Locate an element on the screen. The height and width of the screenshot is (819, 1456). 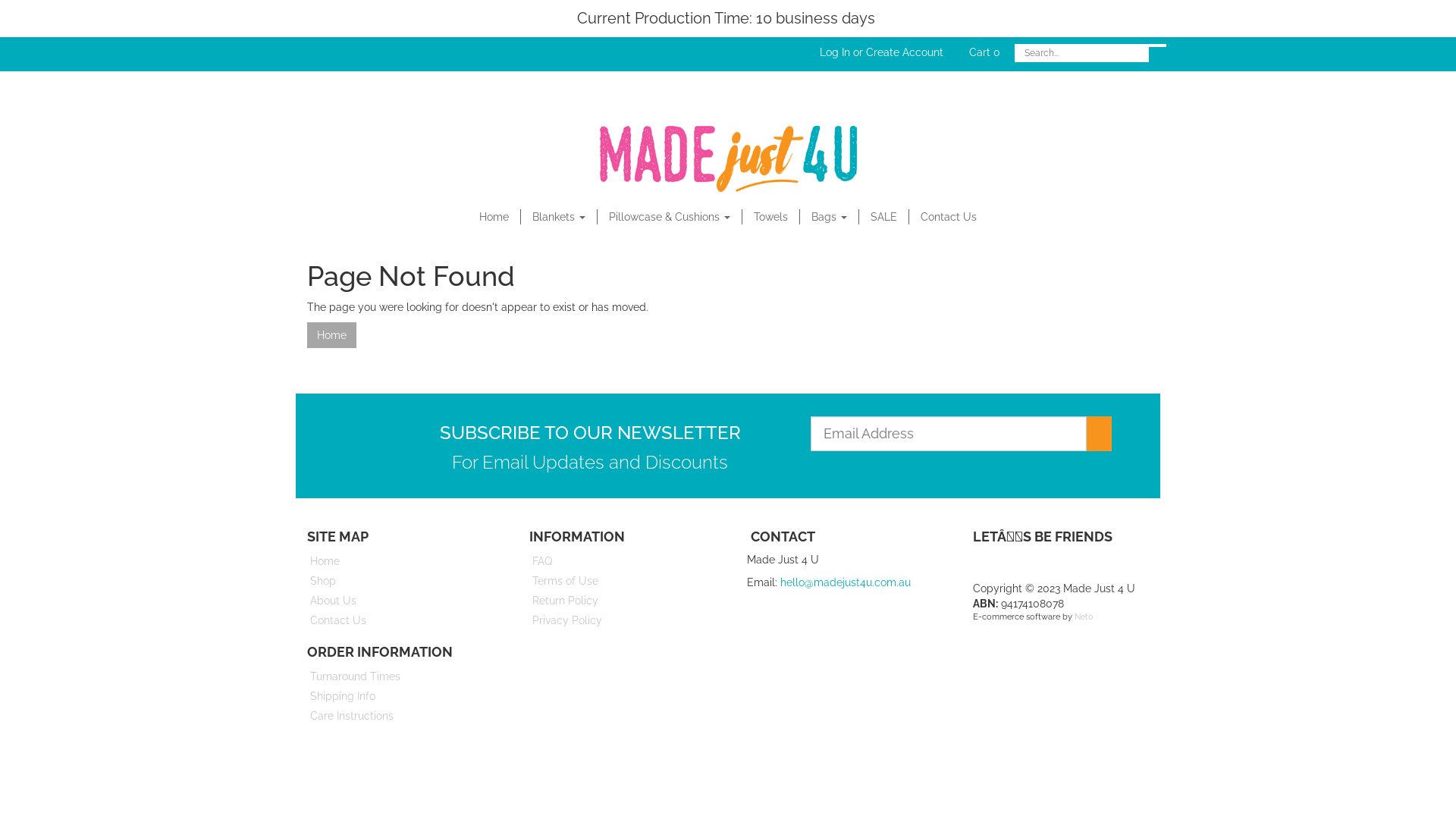
'Neto' is located at coordinates (1082, 617).